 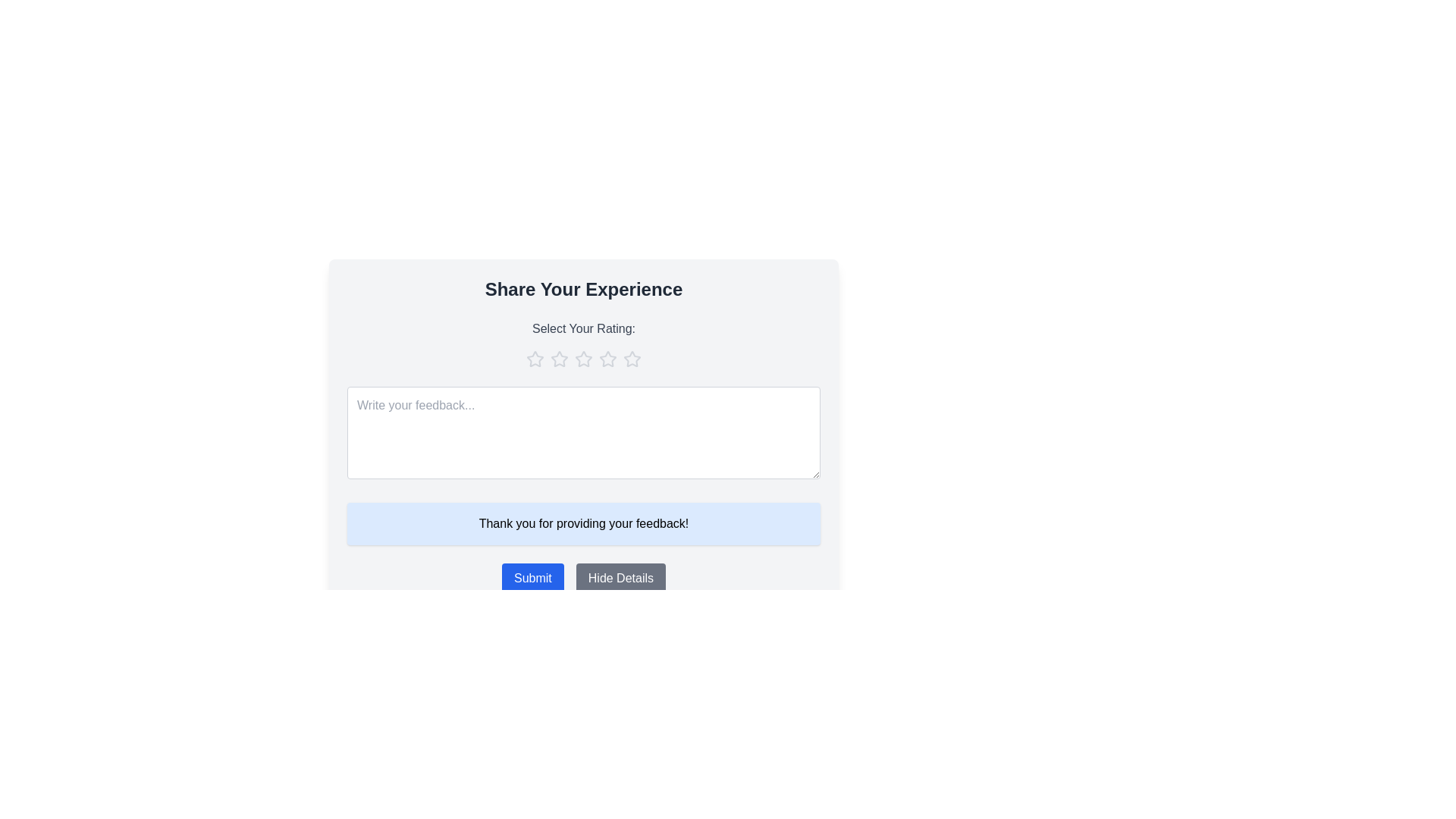 I want to click on the third star-shaped rating icon in the 'Select Your Rating:' section, so click(x=607, y=359).